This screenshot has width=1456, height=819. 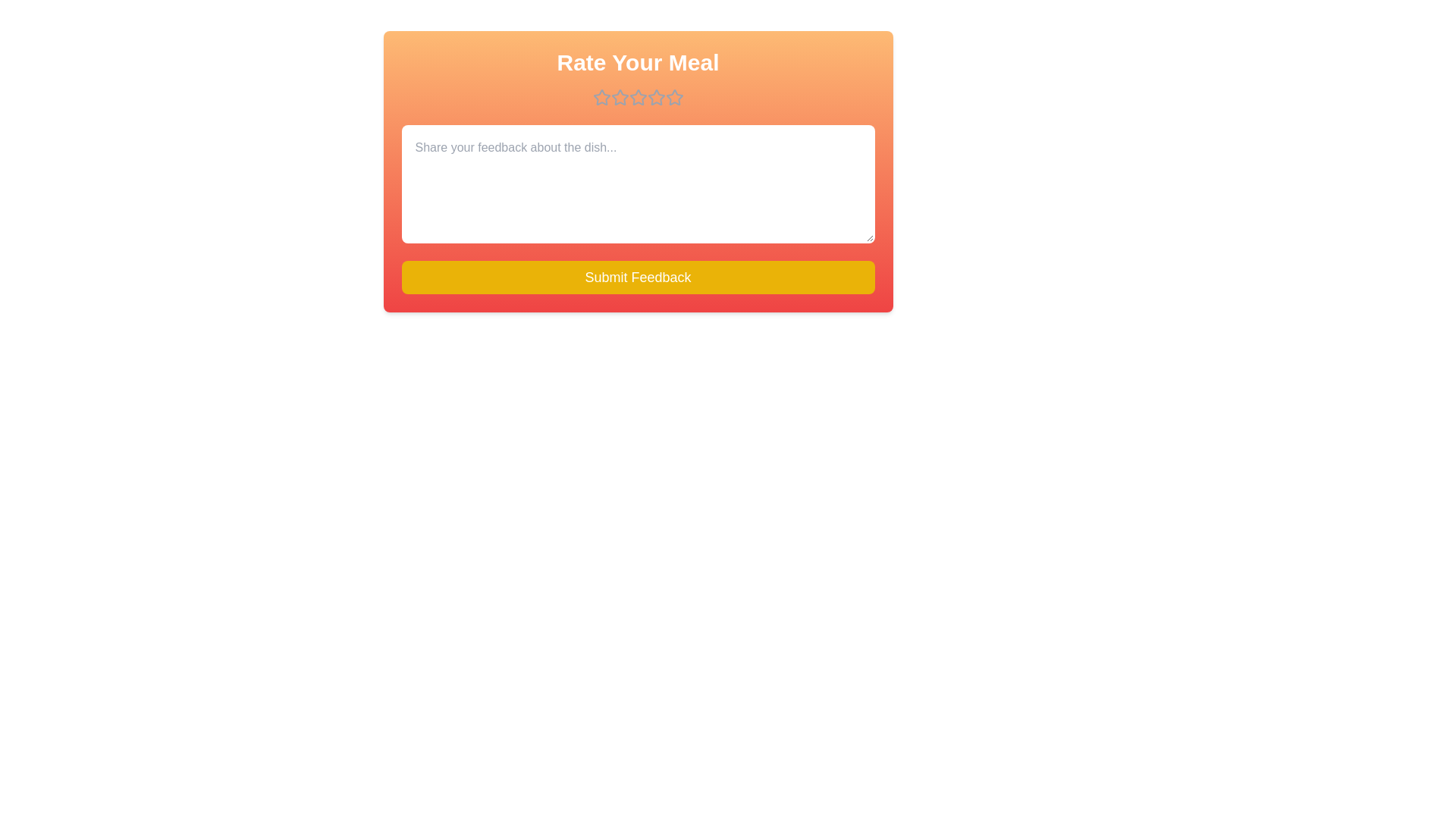 I want to click on the text area and type the feedback text, so click(x=638, y=184).